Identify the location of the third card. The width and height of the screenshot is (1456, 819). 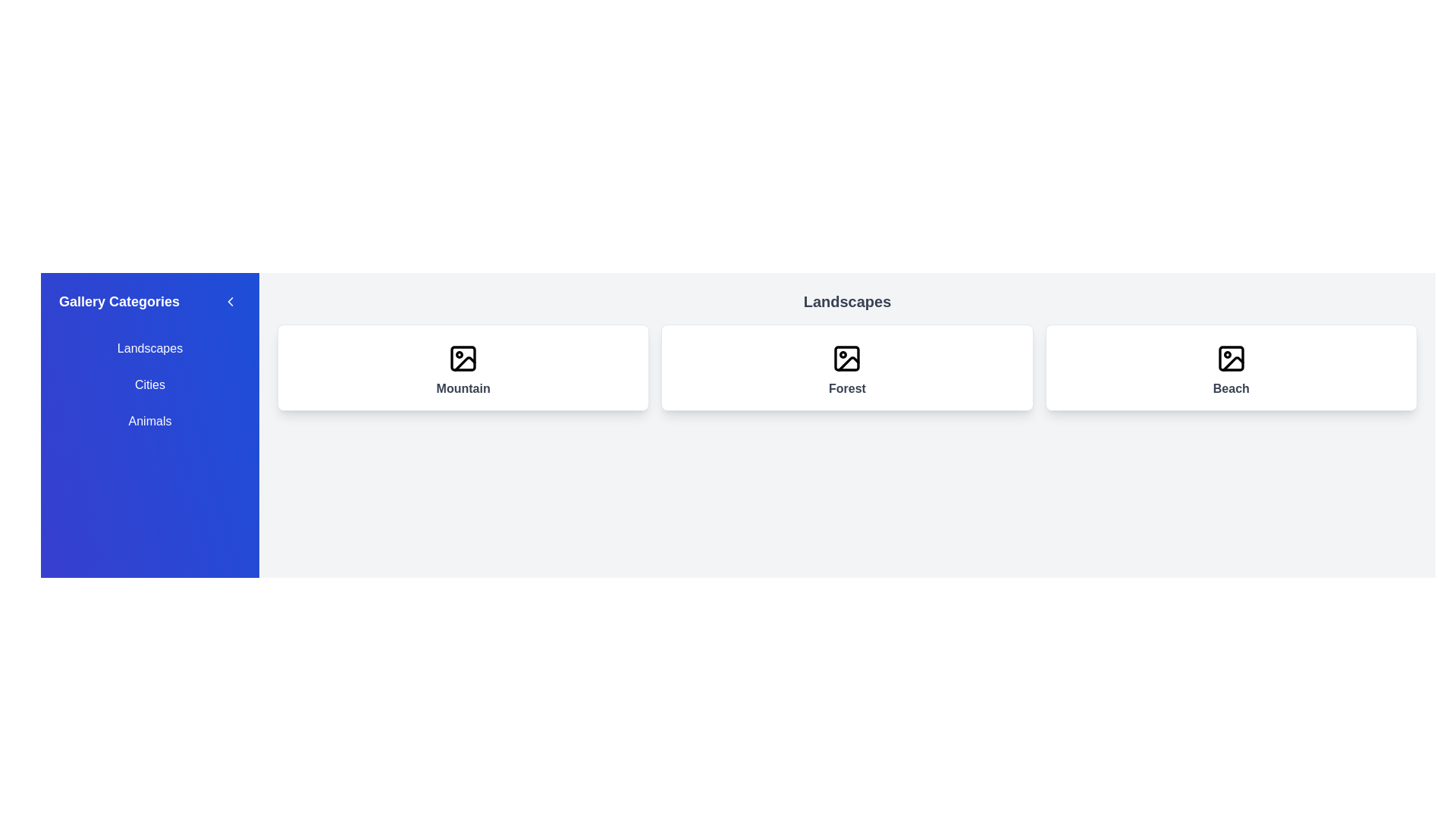
(1231, 368).